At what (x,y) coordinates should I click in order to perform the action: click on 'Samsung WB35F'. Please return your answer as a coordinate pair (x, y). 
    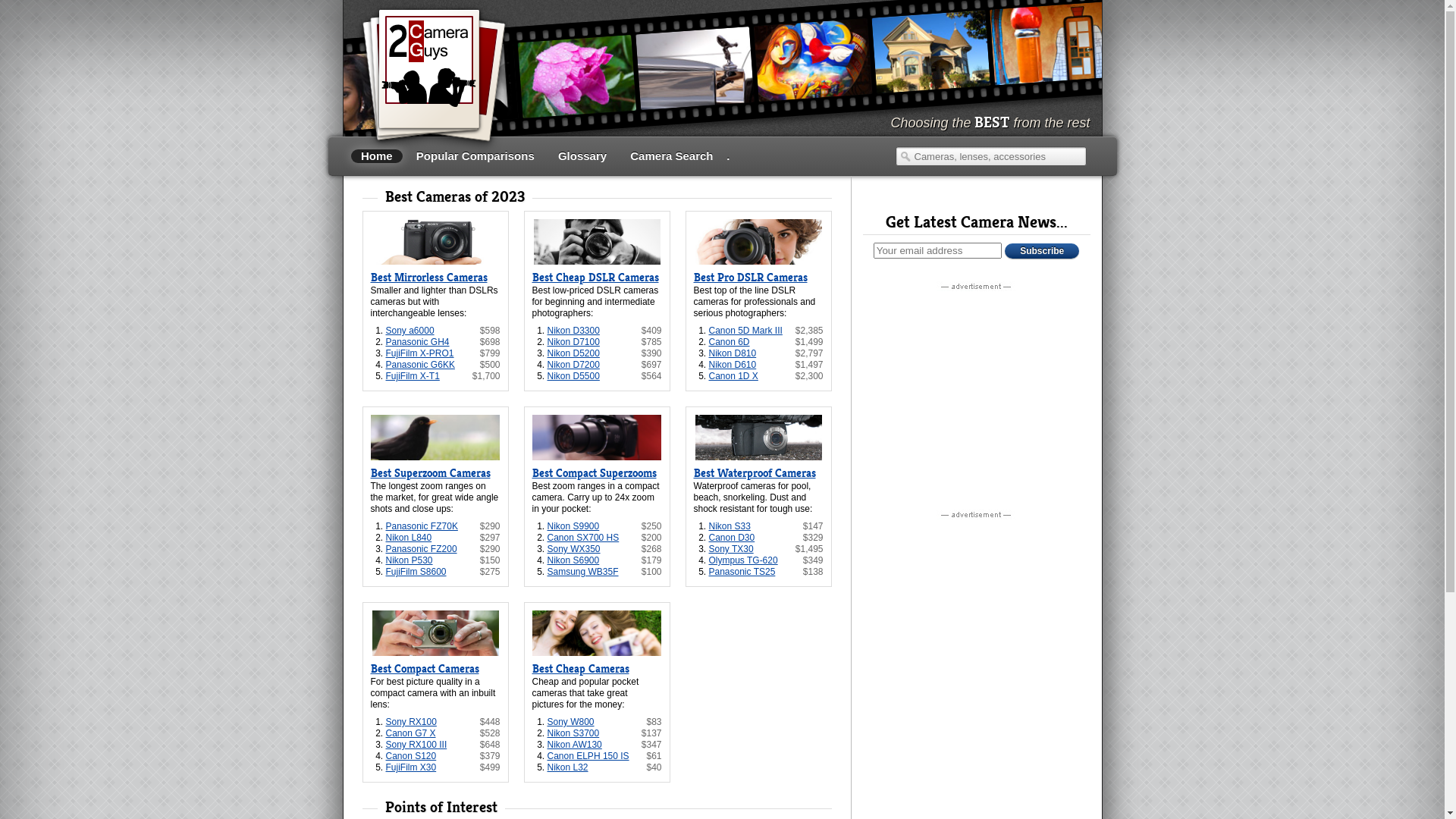
    Looking at the image, I should click on (546, 571).